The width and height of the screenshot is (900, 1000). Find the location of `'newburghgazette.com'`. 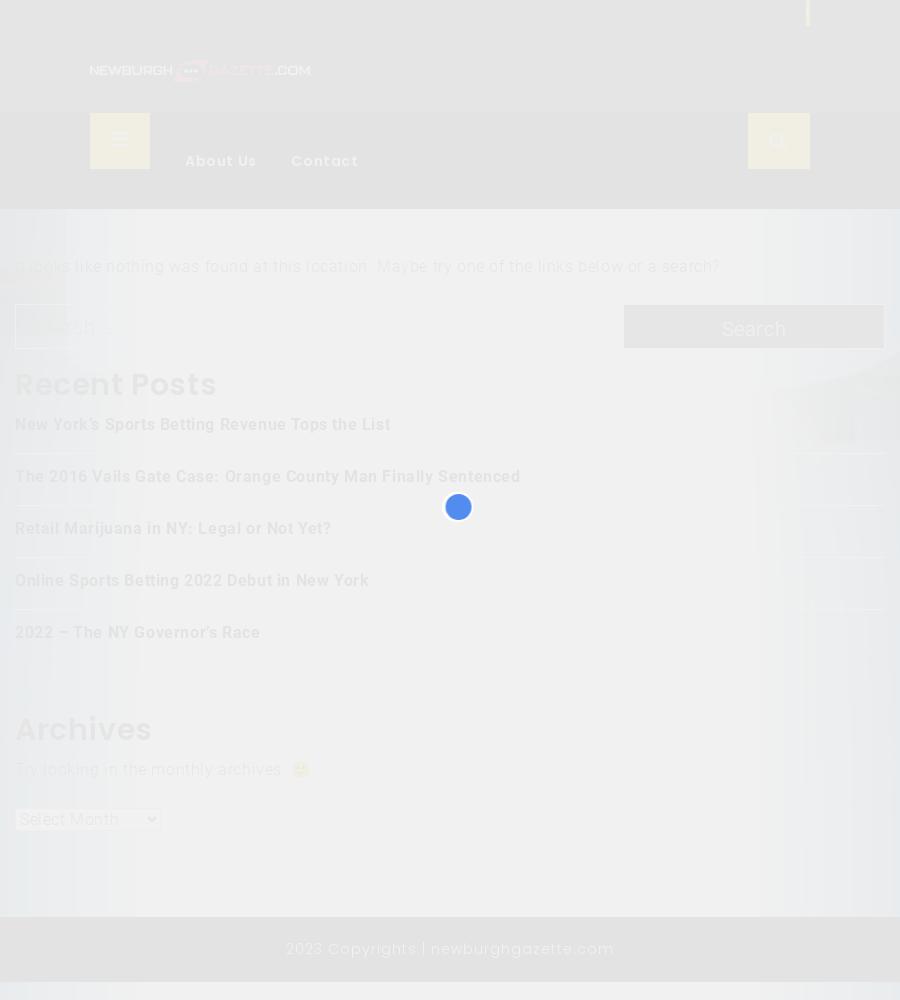

'newburghgazette.com' is located at coordinates (521, 948).